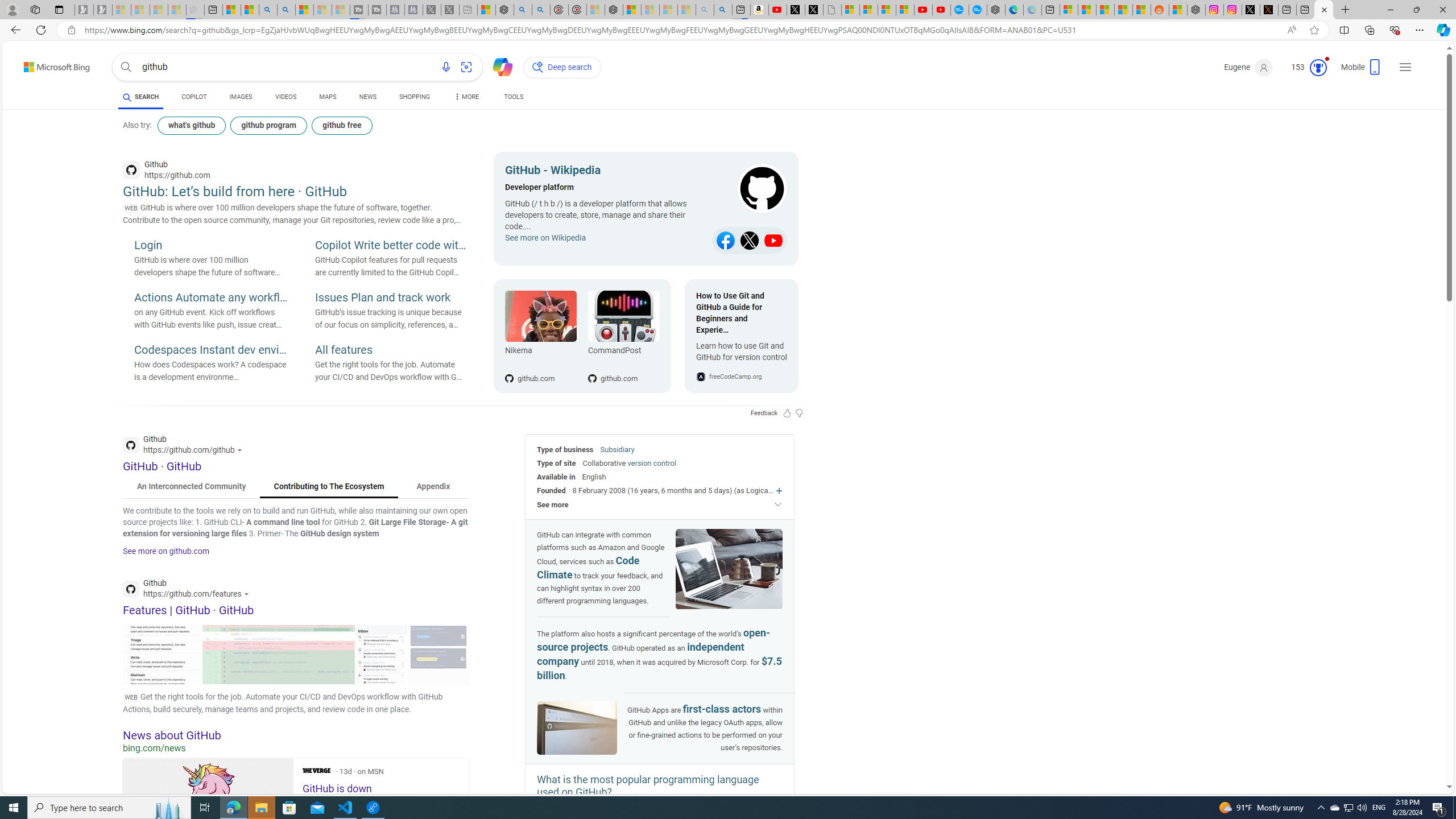 The width and height of the screenshot is (1456, 819). I want to click on 'SEARCH', so click(140, 96).